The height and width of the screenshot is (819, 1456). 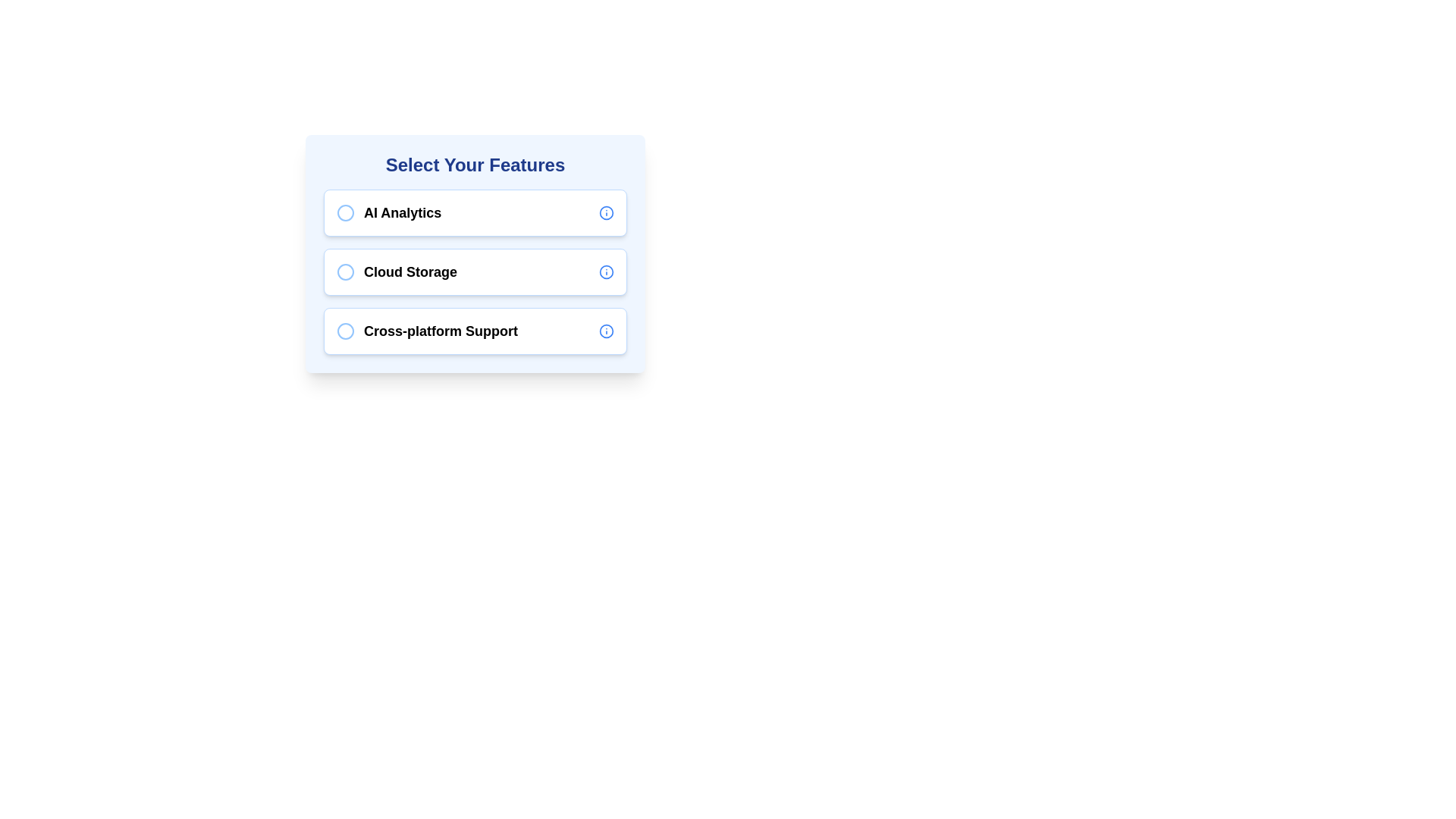 What do you see at coordinates (345, 213) in the screenshot?
I see `the visual state of the selection indicator icon positioned to the left of the 'AI Analytics' label` at bounding box center [345, 213].